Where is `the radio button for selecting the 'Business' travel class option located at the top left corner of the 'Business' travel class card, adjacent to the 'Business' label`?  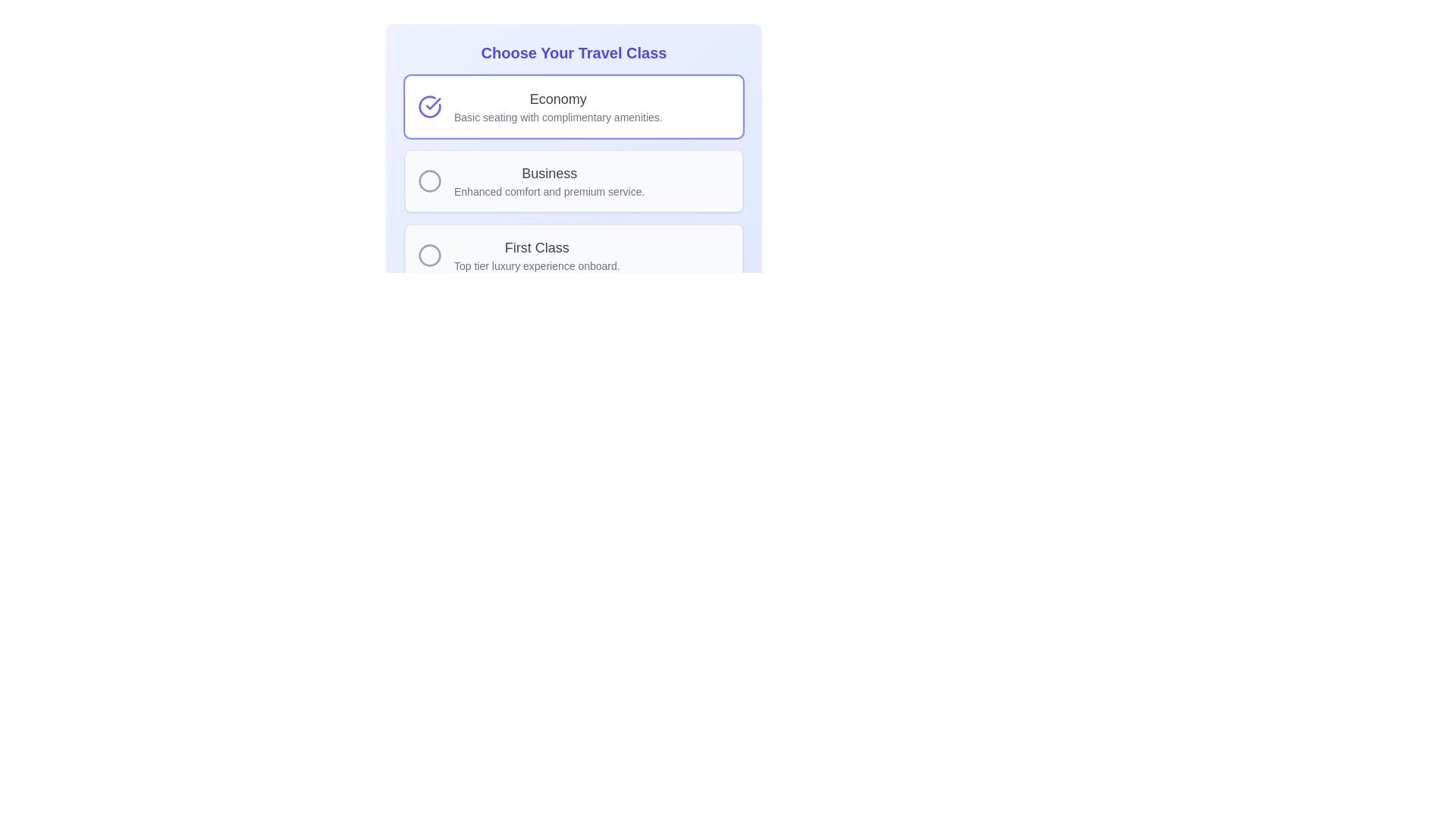 the radio button for selecting the 'Business' travel class option located at the top left corner of the 'Business' travel class card, adjacent to the 'Business' label is located at coordinates (435, 180).